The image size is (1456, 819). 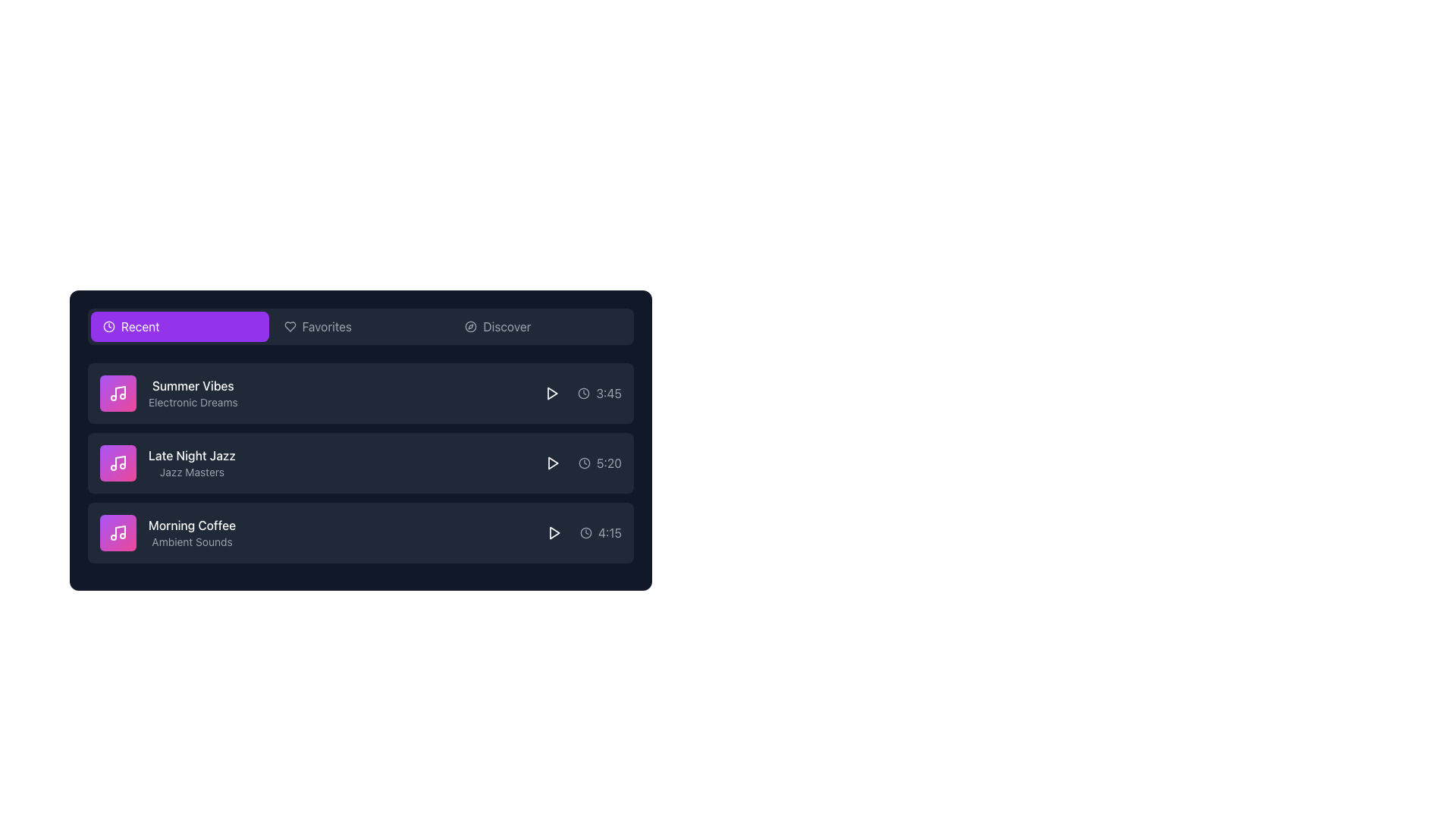 What do you see at coordinates (579, 462) in the screenshot?
I see `the play button adjacent to the '5:20' text label with a clock icon, located on the right side of the 'Late Night Jazz' row in the Recent category` at bounding box center [579, 462].